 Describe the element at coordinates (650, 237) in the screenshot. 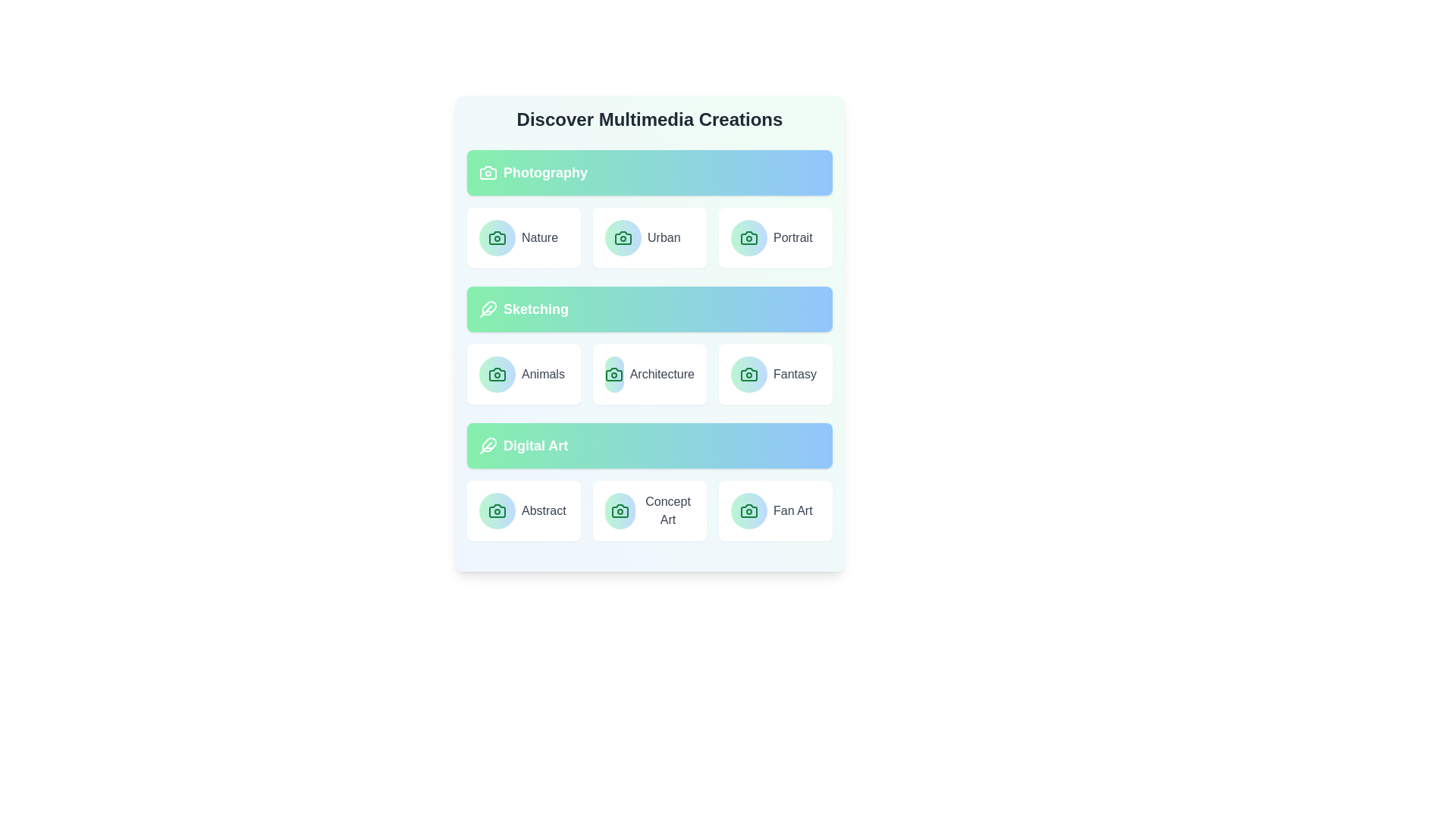

I see `the item Urban within the category Photography` at that location.